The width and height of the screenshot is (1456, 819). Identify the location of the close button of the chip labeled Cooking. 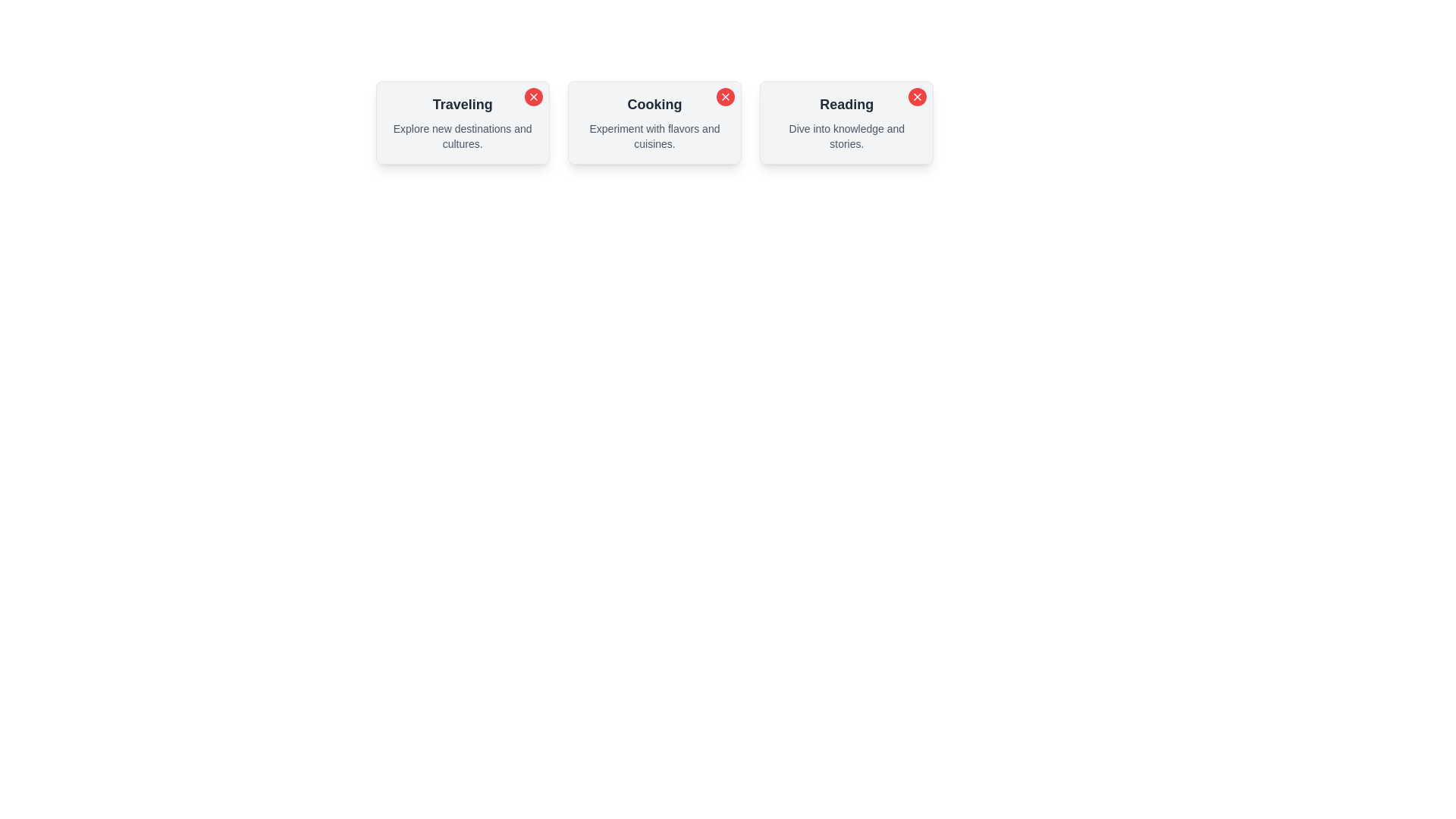
(725, 96).